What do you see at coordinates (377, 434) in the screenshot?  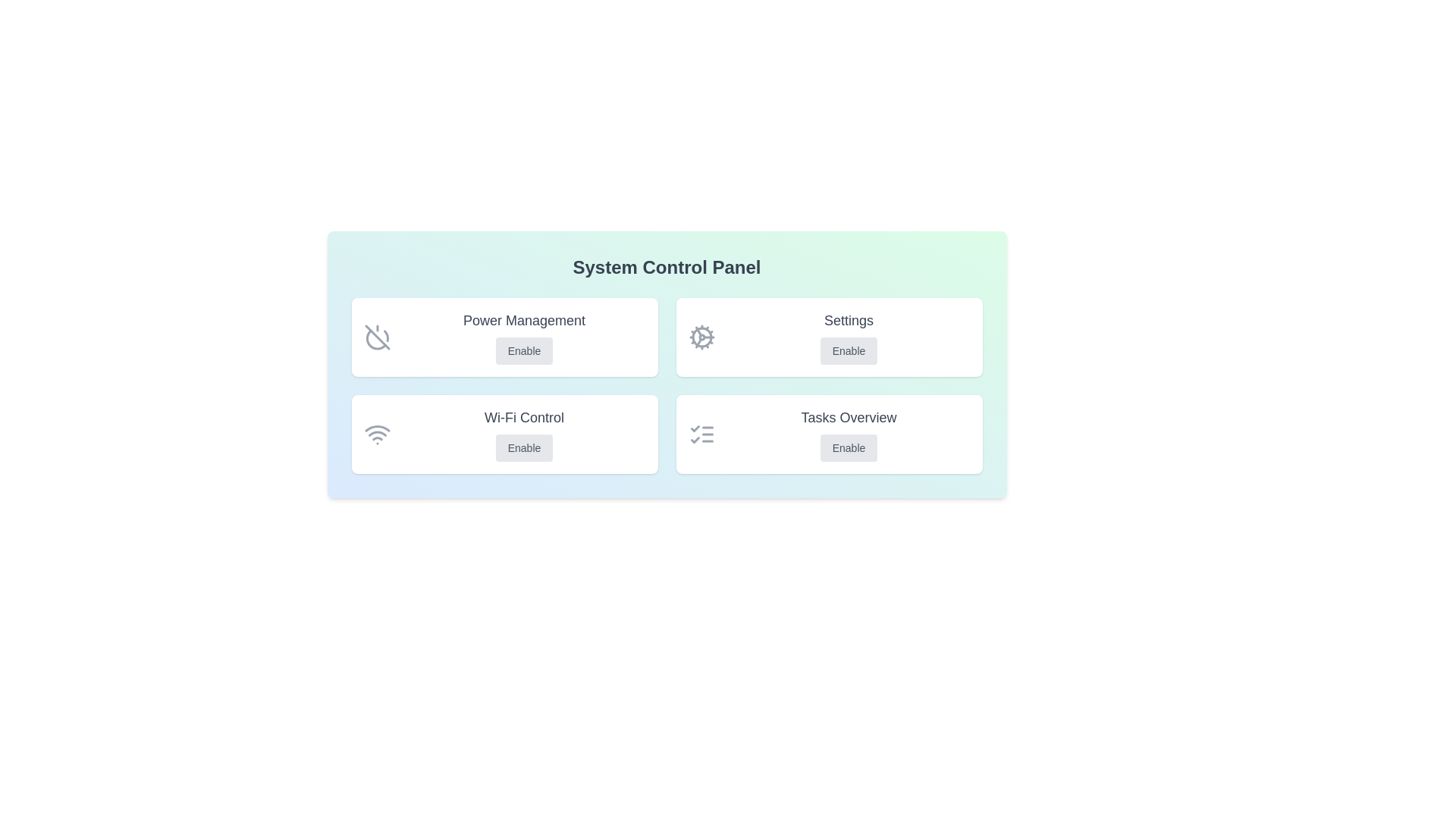 I see `the second arc of the Wi-Fi icon located in the bottom-left quadrant beneath the 'Wi-Fi Control' heading` at bounding box center [377, 434].